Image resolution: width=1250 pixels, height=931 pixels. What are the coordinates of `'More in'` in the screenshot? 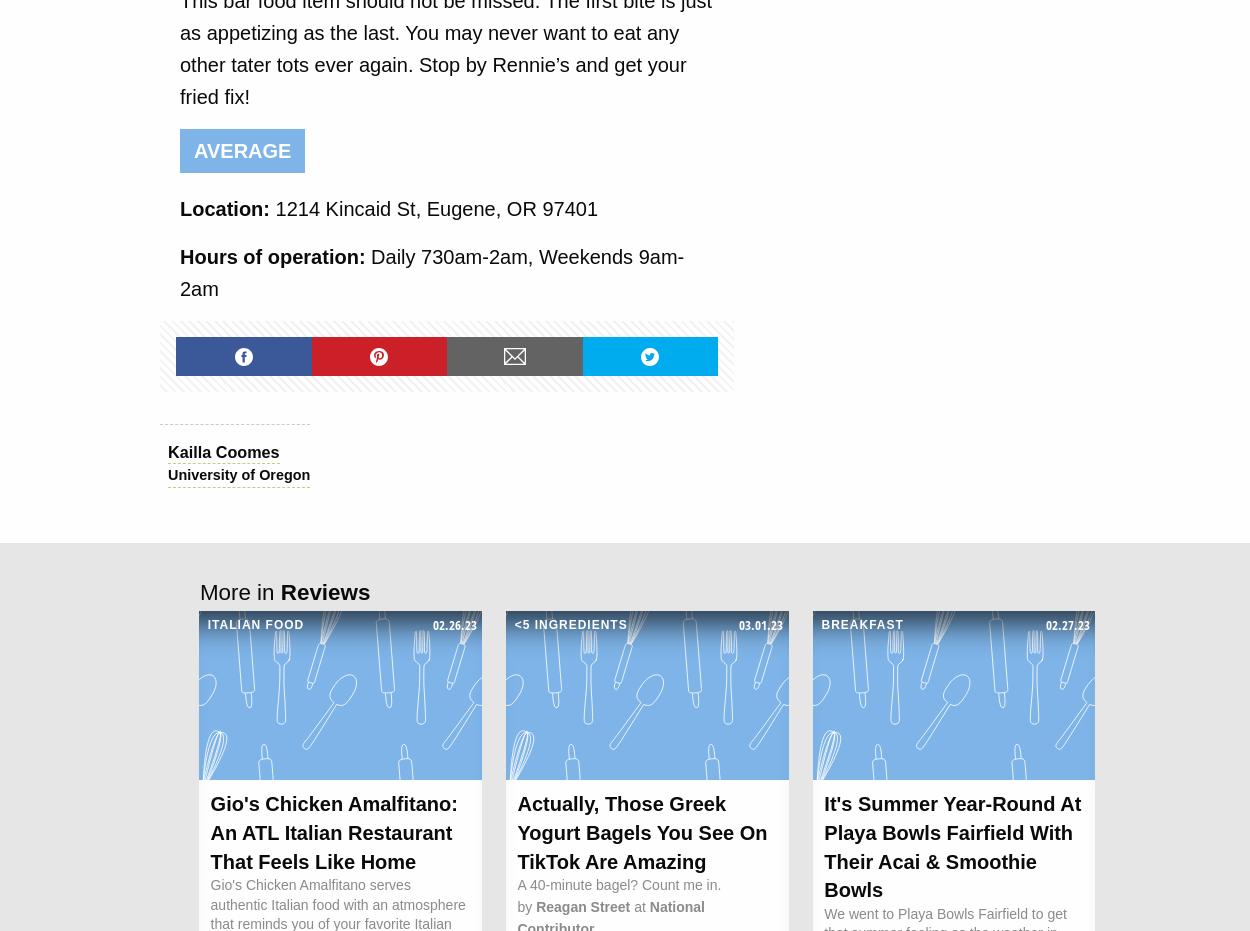 It's located at (198, 591).